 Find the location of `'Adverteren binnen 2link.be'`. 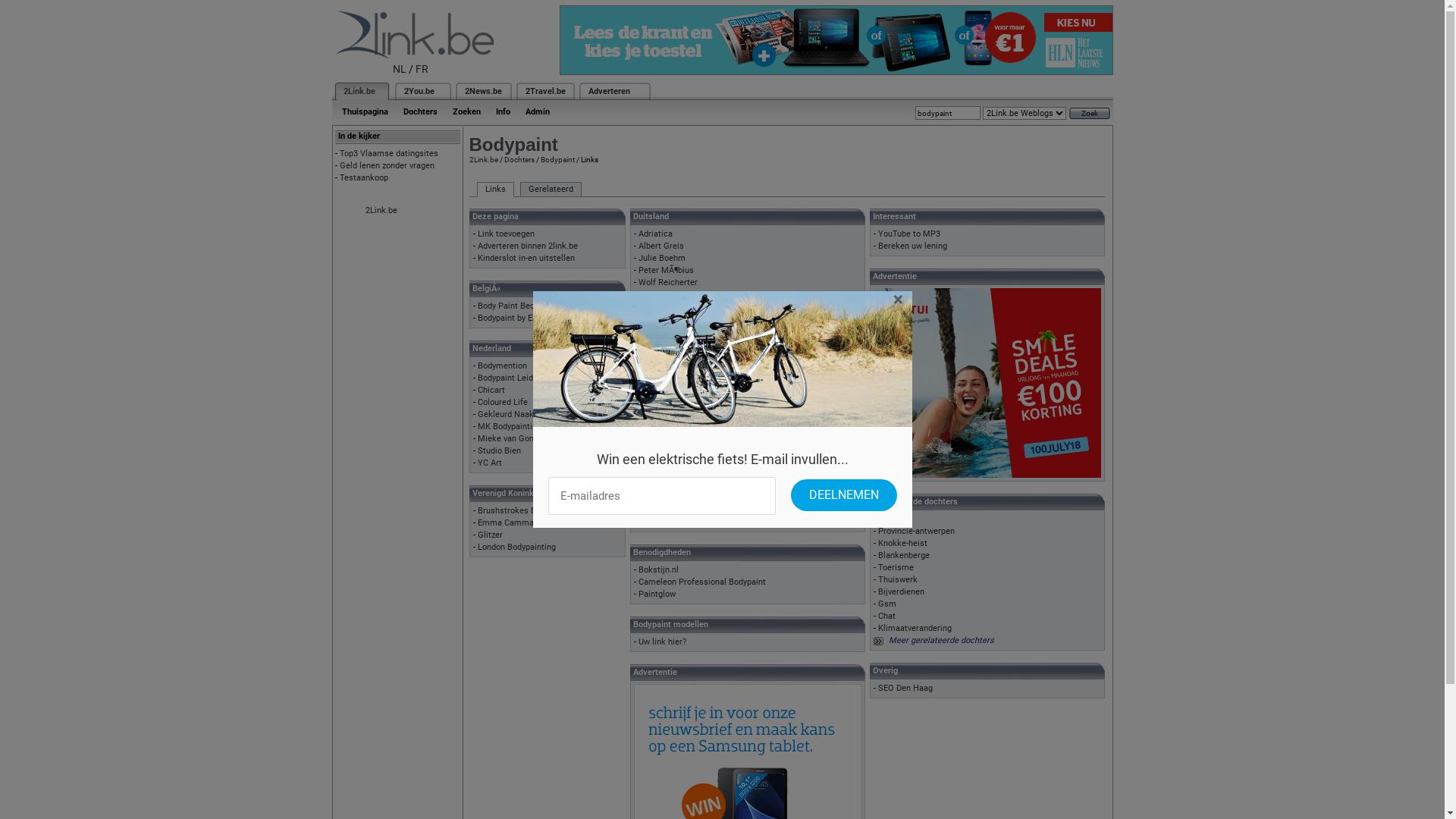

'Adverteren binnen 2link.be' is located at coordinates (528, 245).